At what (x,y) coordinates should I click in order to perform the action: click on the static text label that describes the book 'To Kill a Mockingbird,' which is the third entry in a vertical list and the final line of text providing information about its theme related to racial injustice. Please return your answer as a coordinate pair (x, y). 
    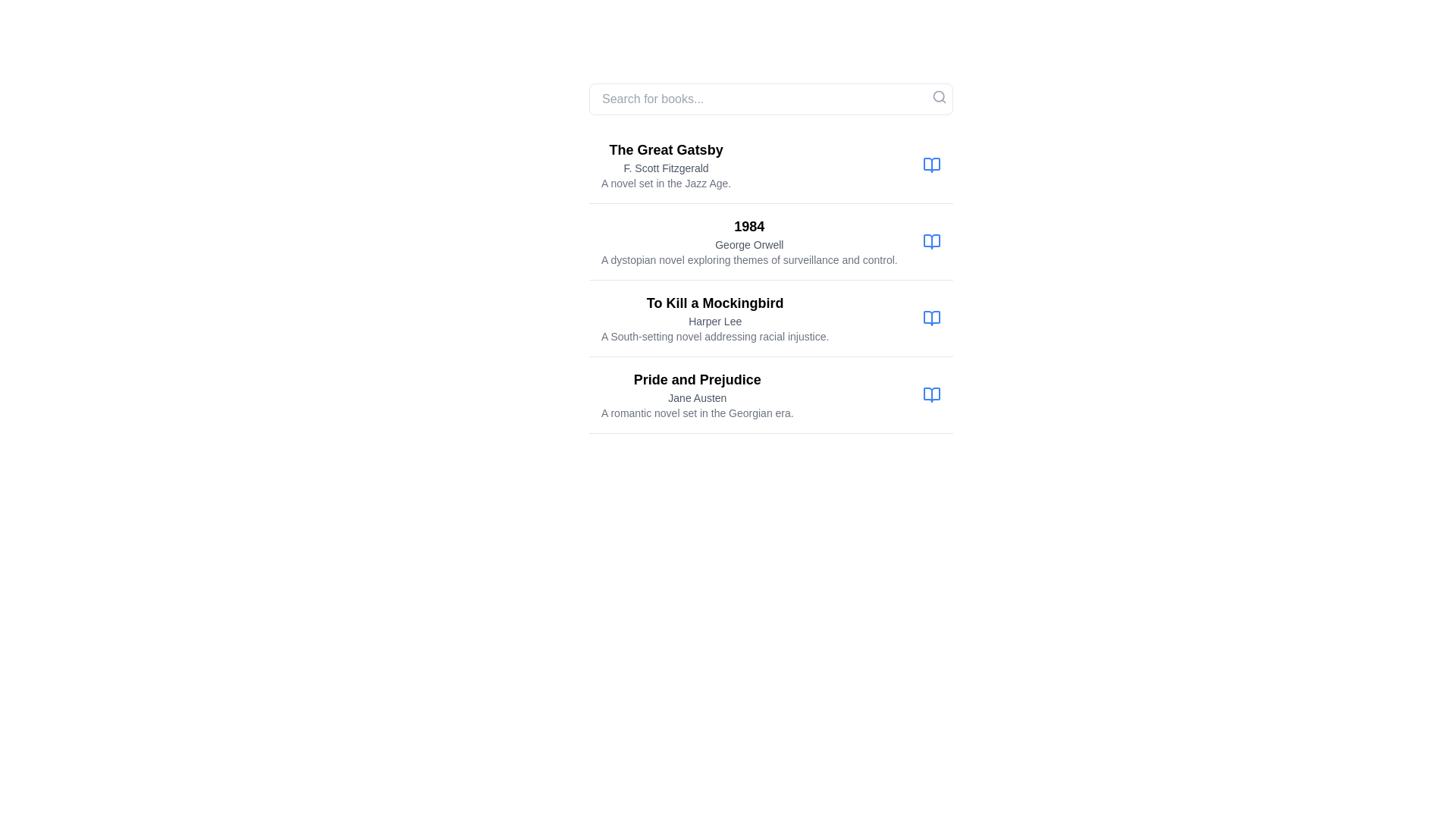
    Looking at the image, I should click on (714, 335).